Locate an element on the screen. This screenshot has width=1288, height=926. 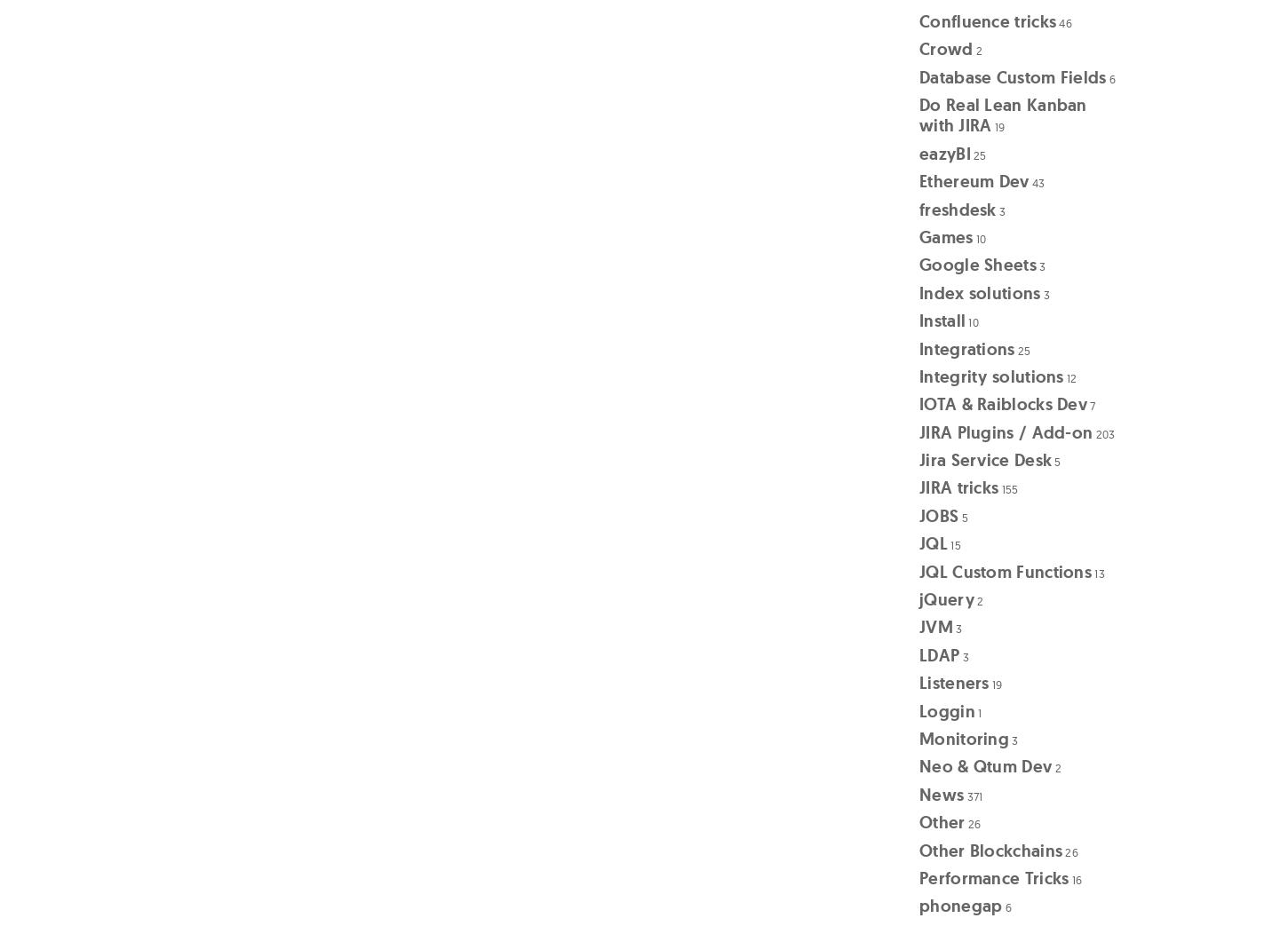
'46' is located at coordinates (1064, 21).